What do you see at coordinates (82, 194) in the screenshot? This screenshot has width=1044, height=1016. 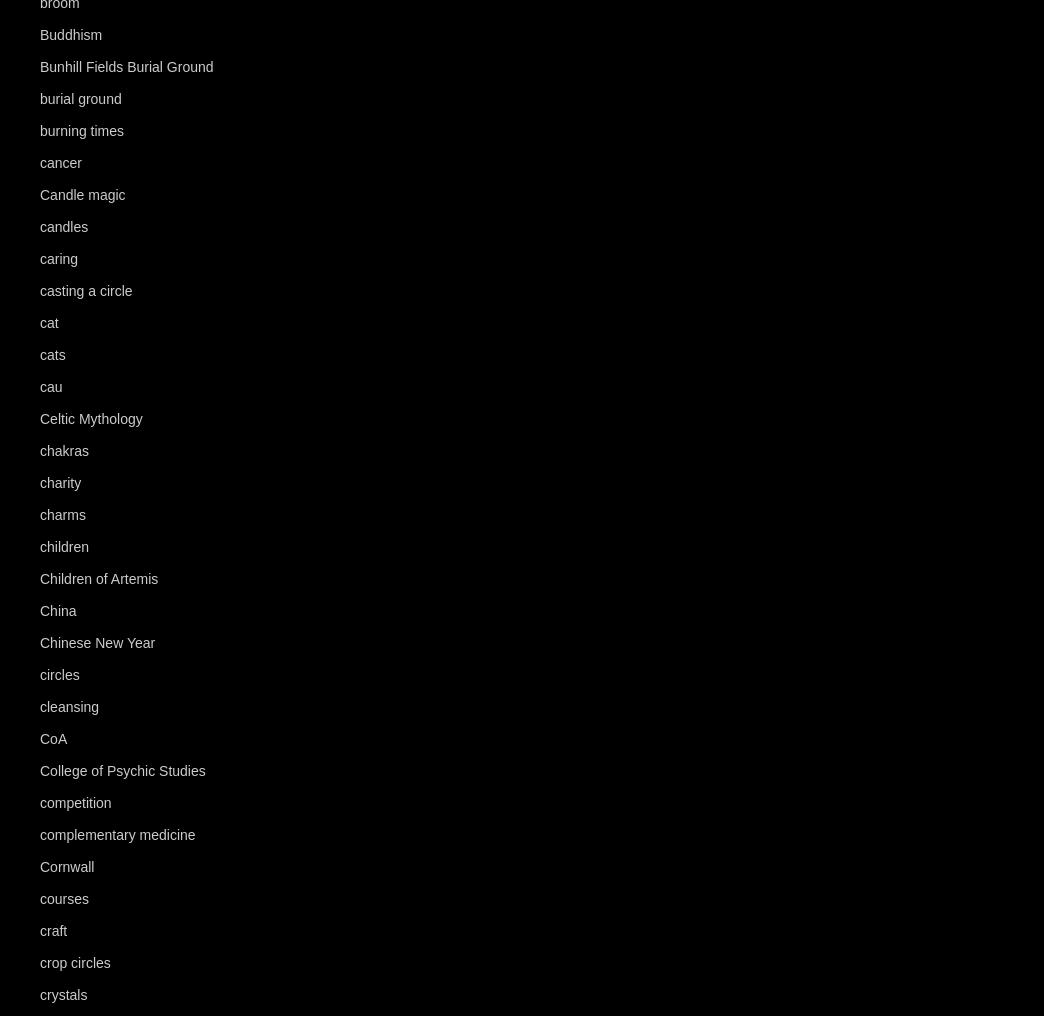 I see `'Candle magic'` at bounding box center [82, 194].